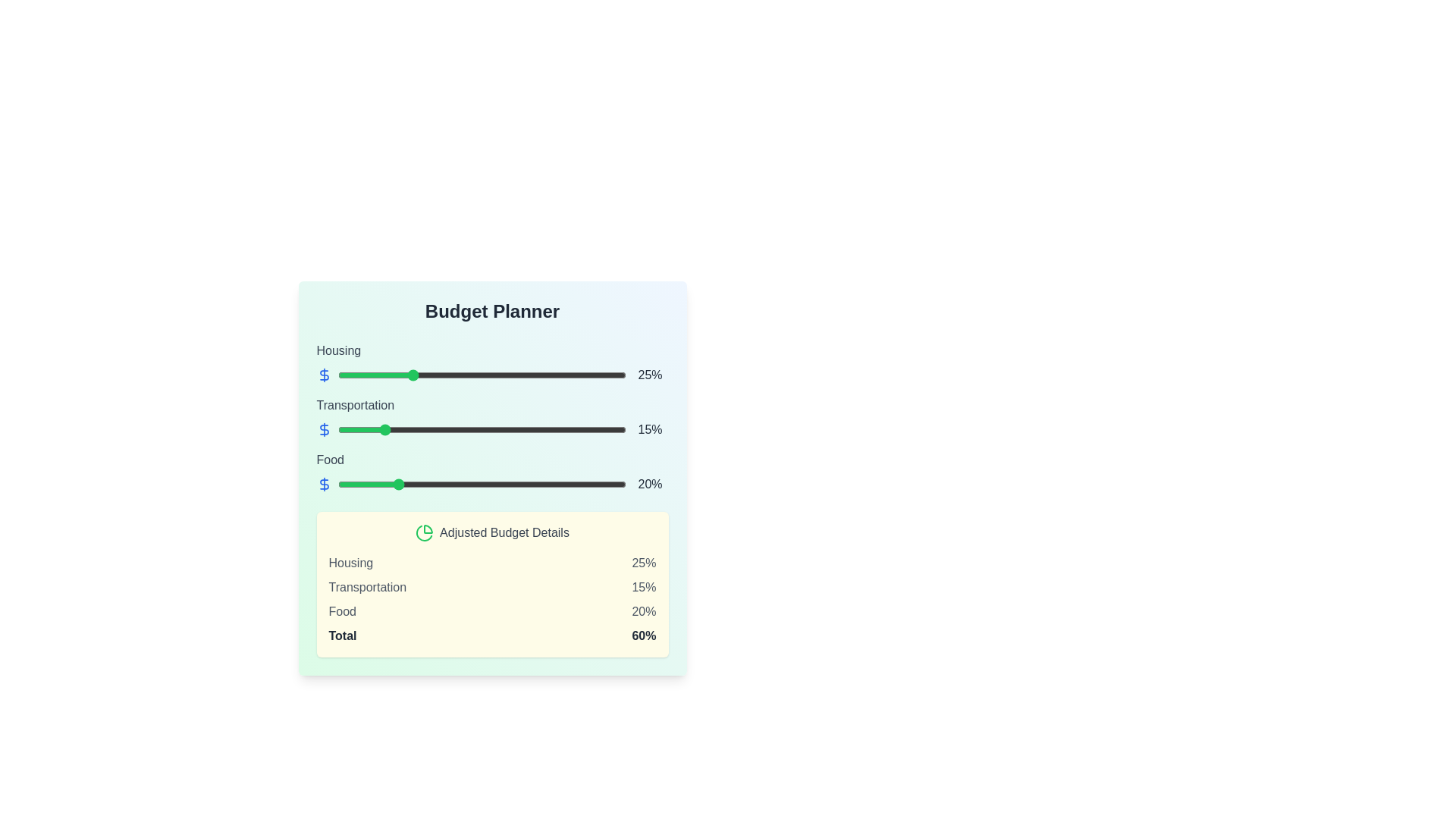 This screenshot has height=819, width=1456. Describe the element at coordinates (481, 375) in the screenshot. I see `the range input slider located at the topmost position, which aligns with the 'Housing' label on the left and shows '25%' on the right` at that location.